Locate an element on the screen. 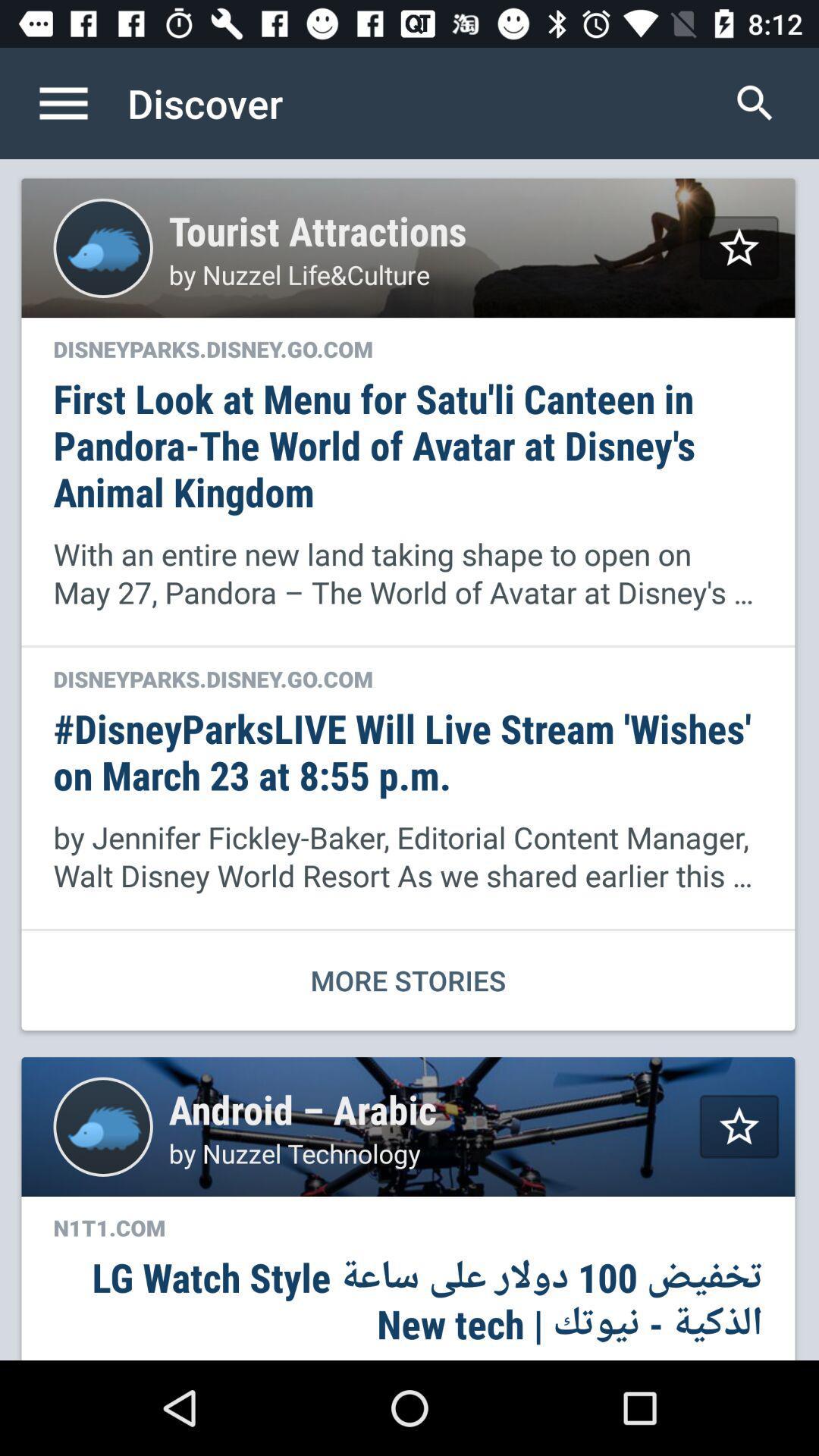 Image resolution: width=819 pixels, height=1456 pixels. this is located at coordinates (739, 1126).